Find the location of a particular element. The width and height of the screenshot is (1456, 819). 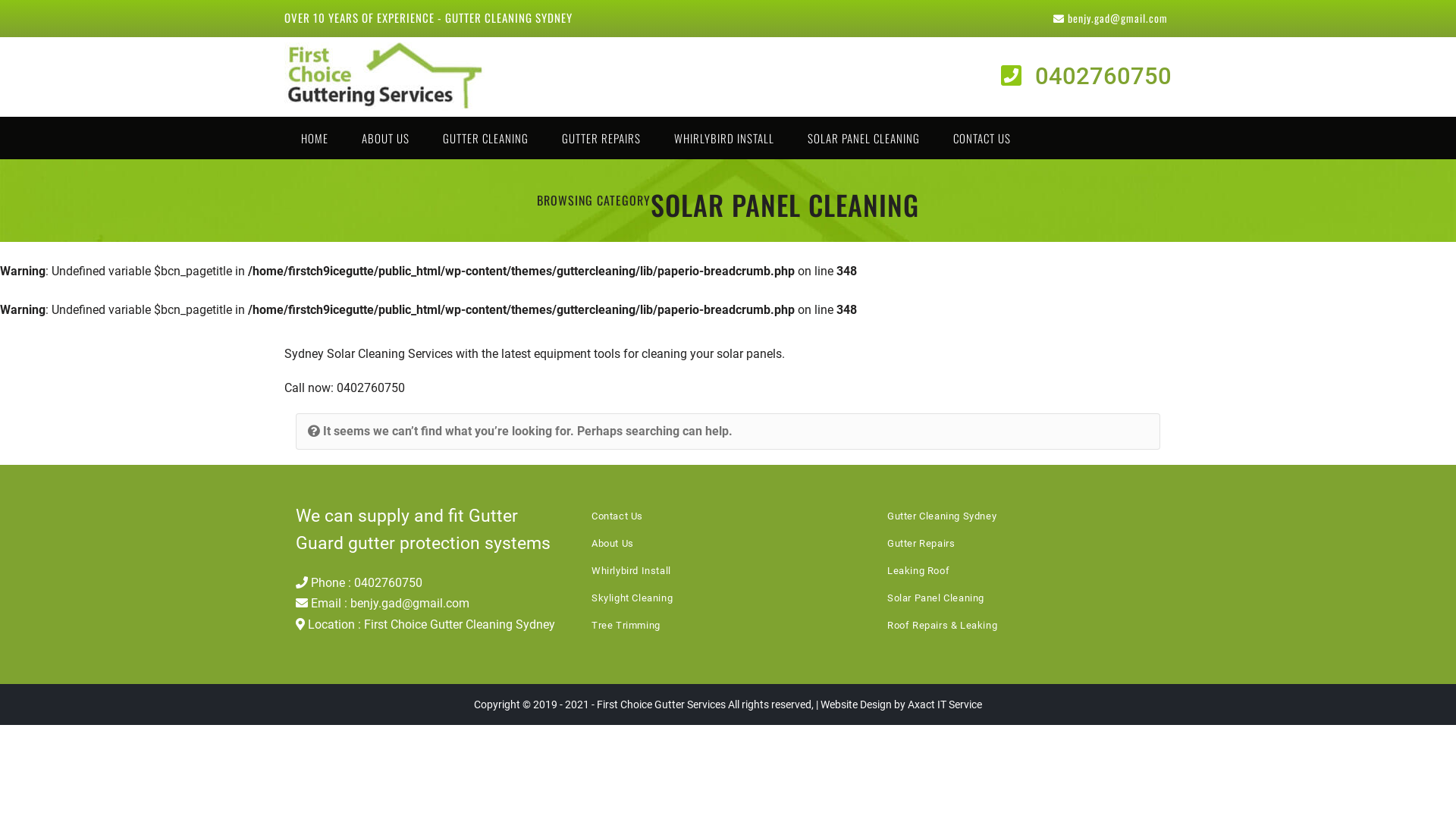

'About Us' is located at coordinates (612, 542).